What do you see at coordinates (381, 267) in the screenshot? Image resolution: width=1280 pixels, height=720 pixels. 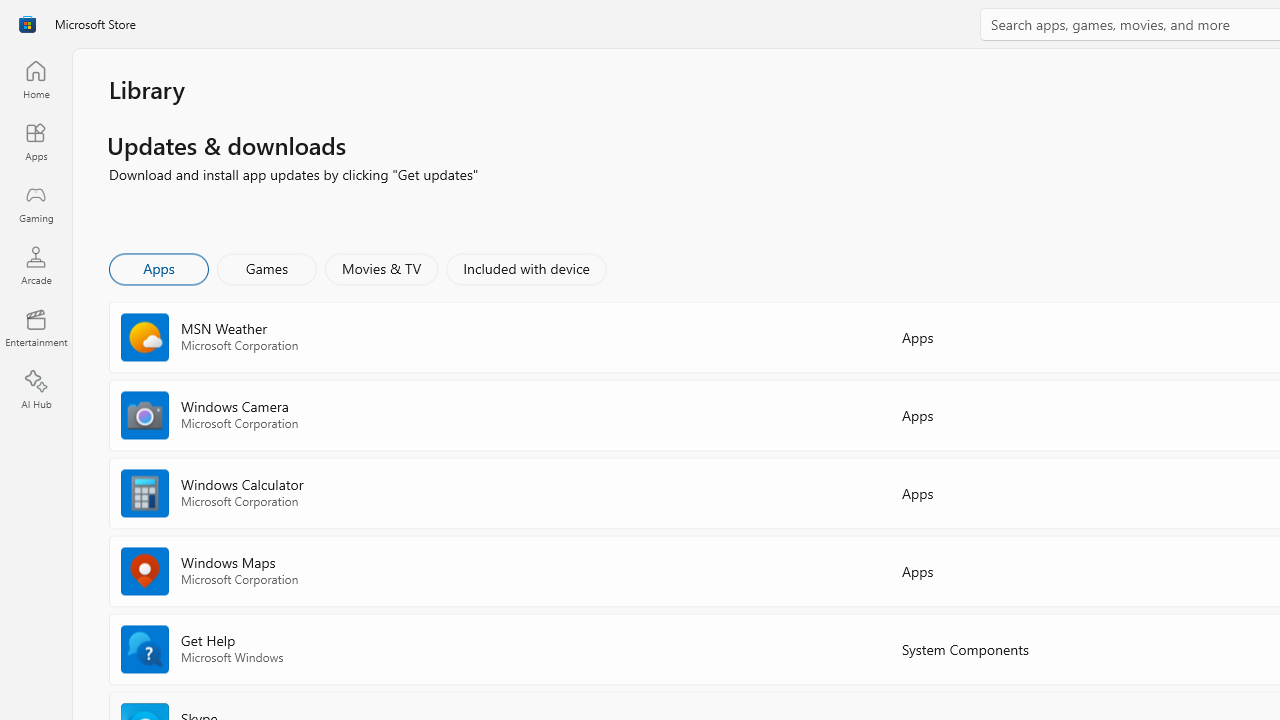 I see `'Movies & TV'` at bounding box center [381, 267].